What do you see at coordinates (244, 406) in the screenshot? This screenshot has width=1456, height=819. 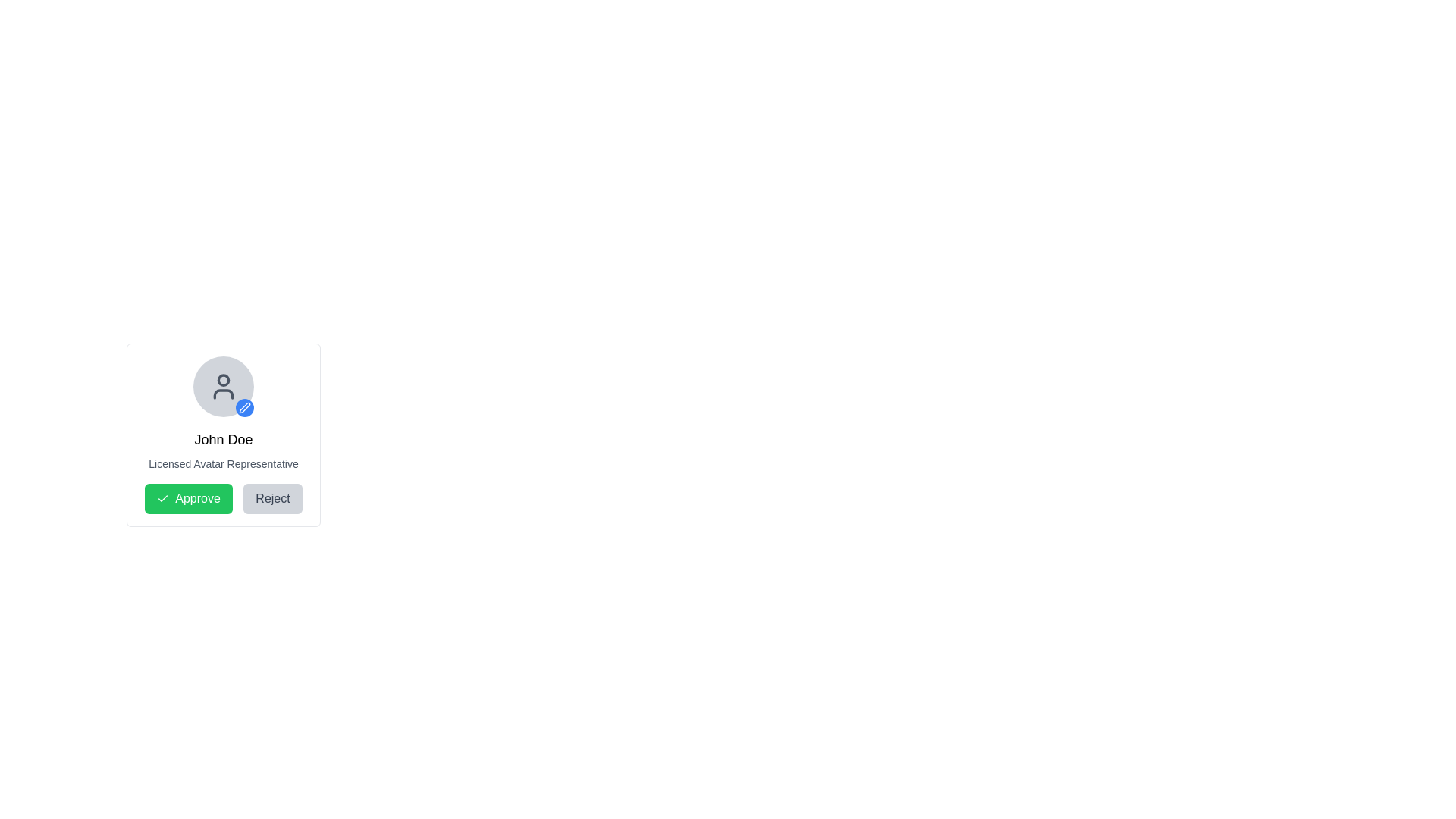 I see `the edit icon button located at the bottom-right corner of the circular avatar graphic` at bounding box center [244, 406].